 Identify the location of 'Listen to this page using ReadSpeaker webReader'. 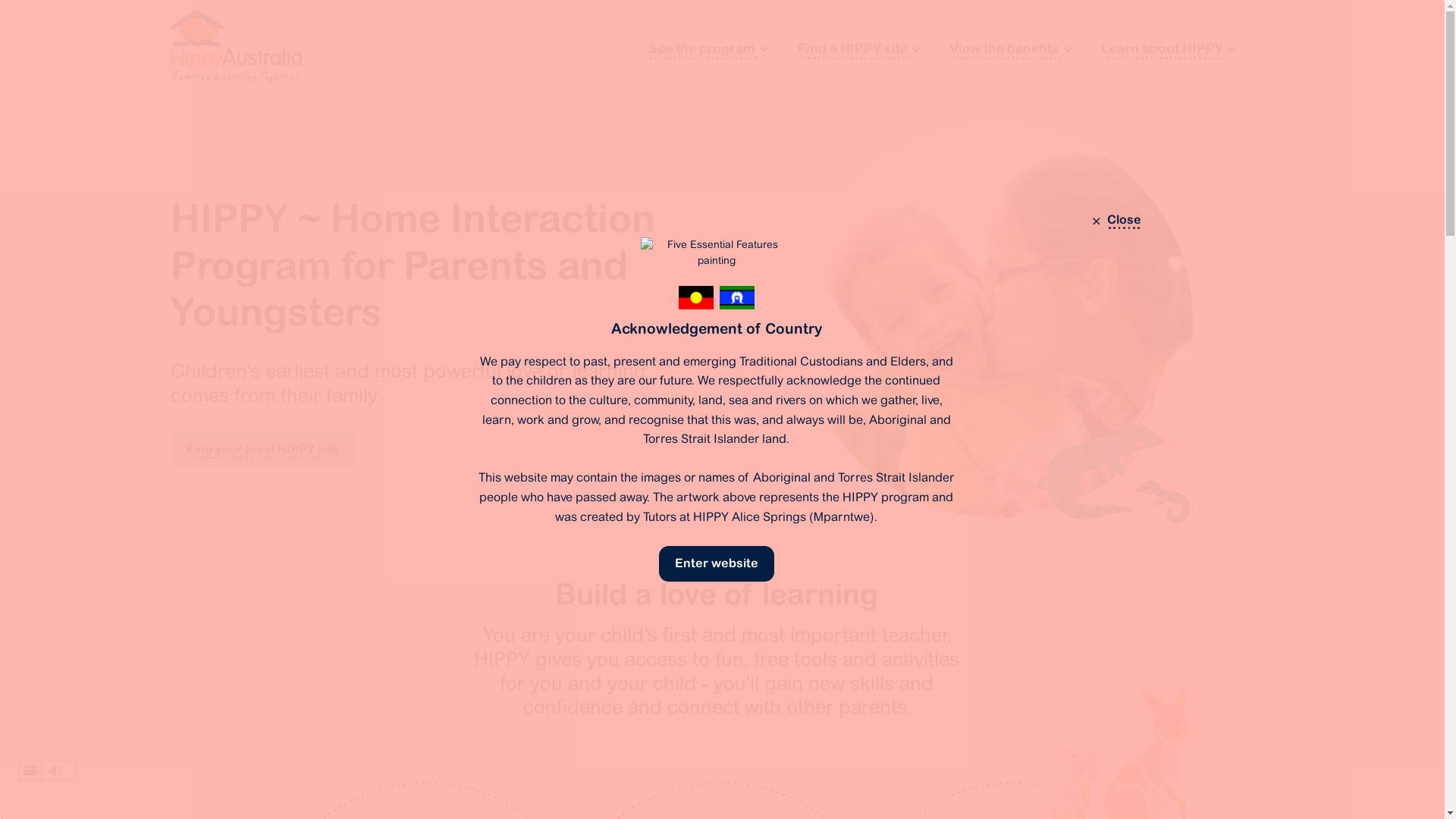
(48, 770).